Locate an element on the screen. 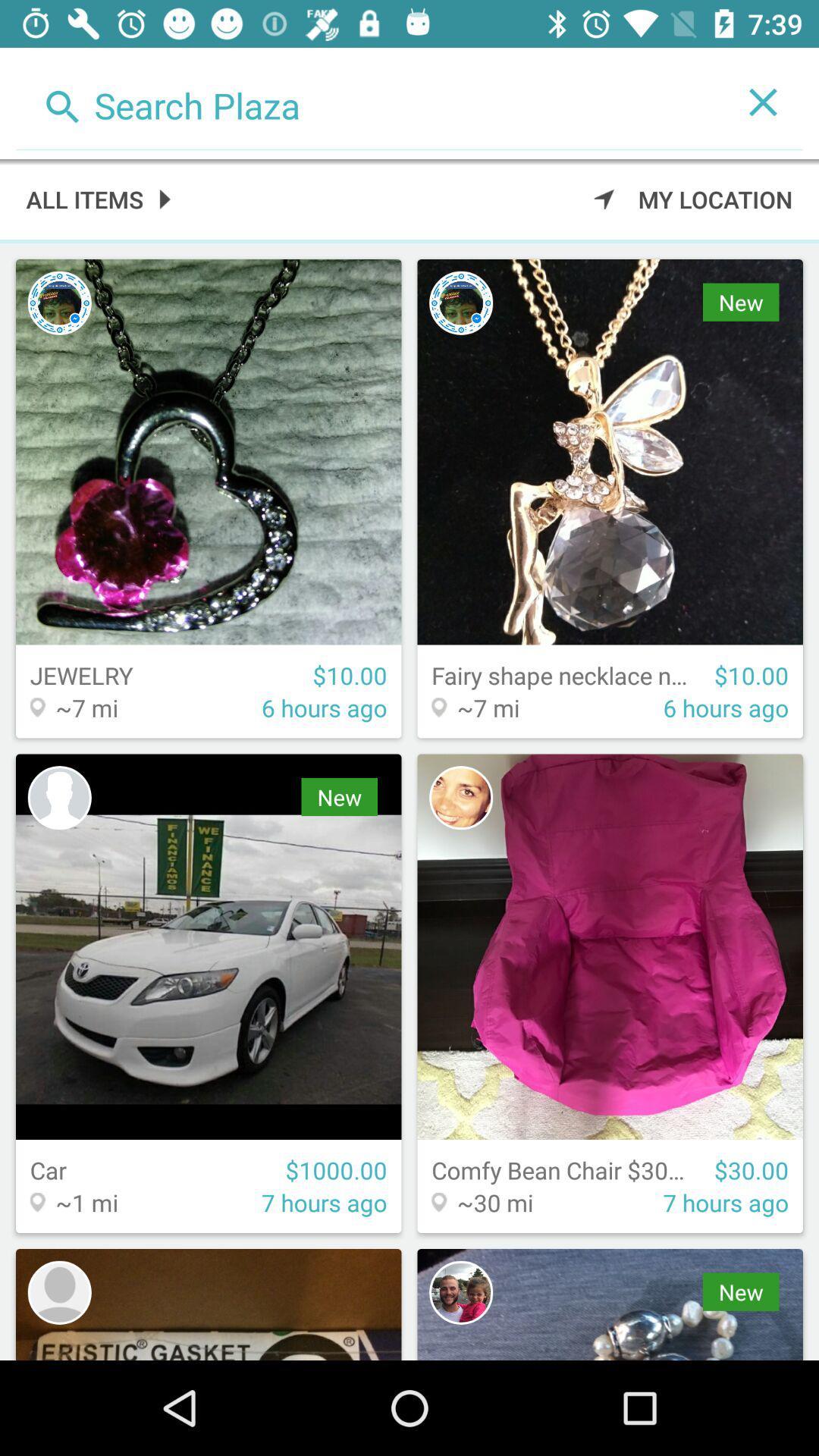 The width and height of the screenshot is (819, 1456). my location item is located at coordinates (693, 198).